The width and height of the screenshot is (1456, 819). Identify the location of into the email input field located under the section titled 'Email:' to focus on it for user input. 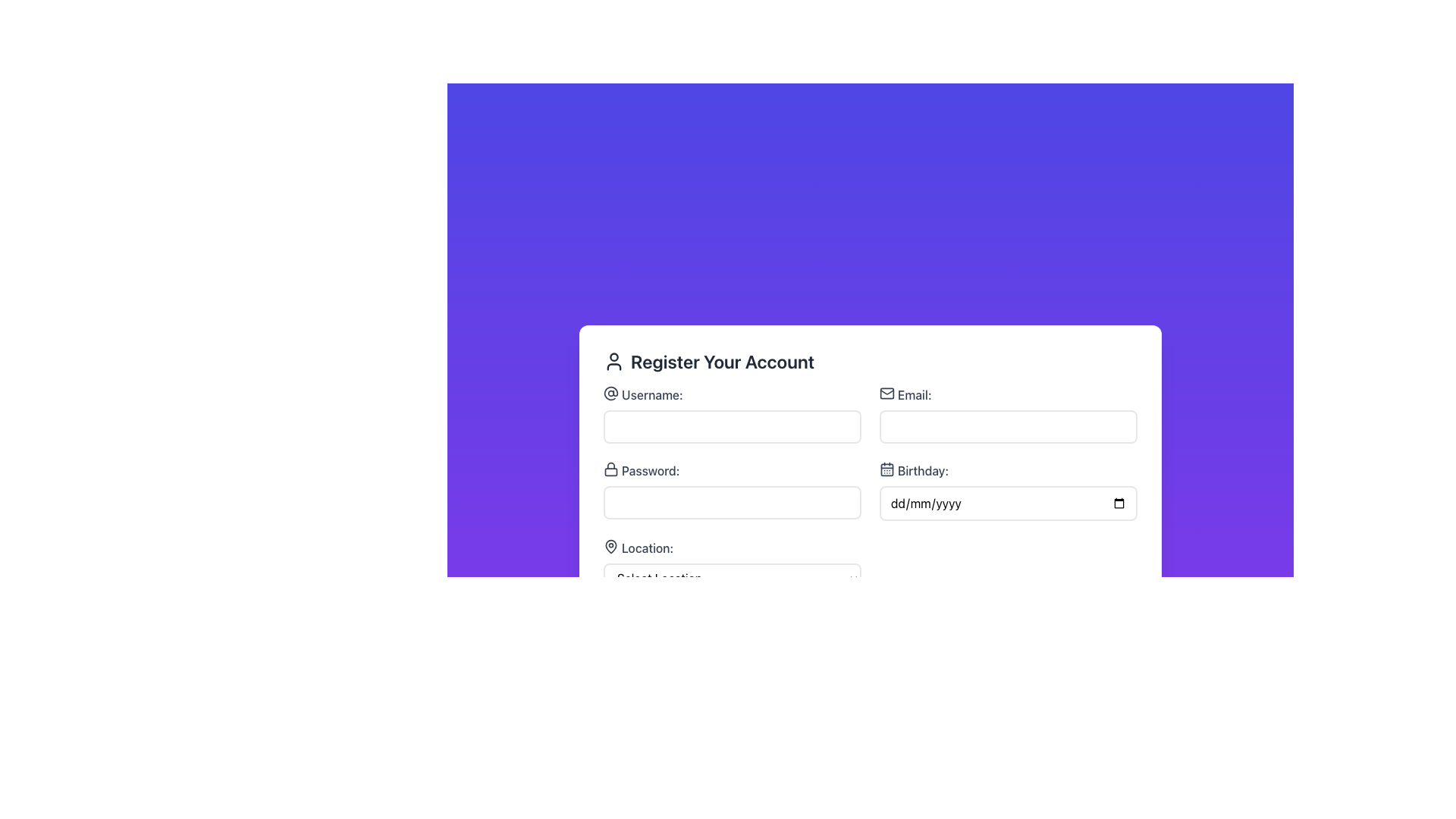
(1008, 415).